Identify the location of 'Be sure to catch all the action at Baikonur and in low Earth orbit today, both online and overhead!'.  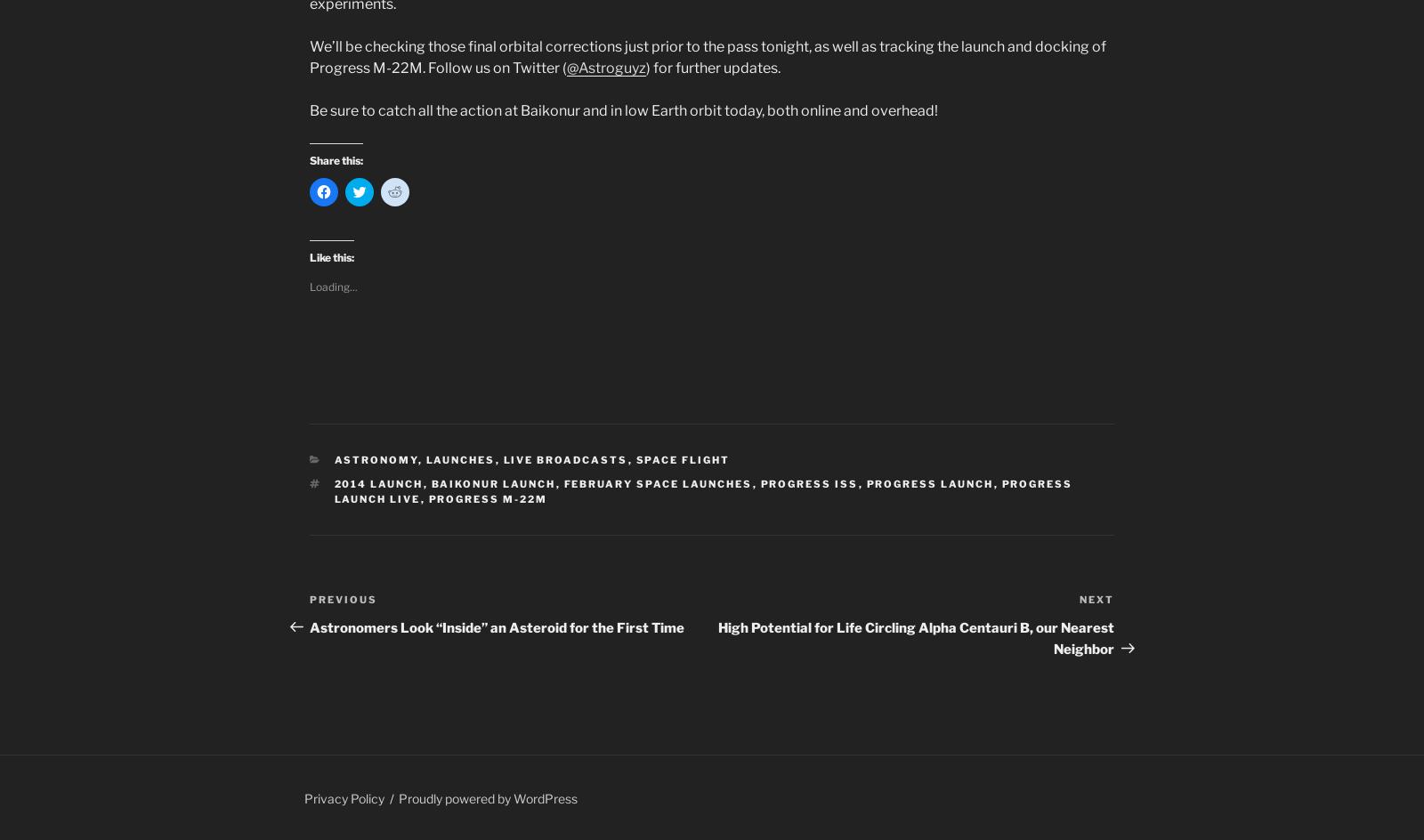
(623, 109).